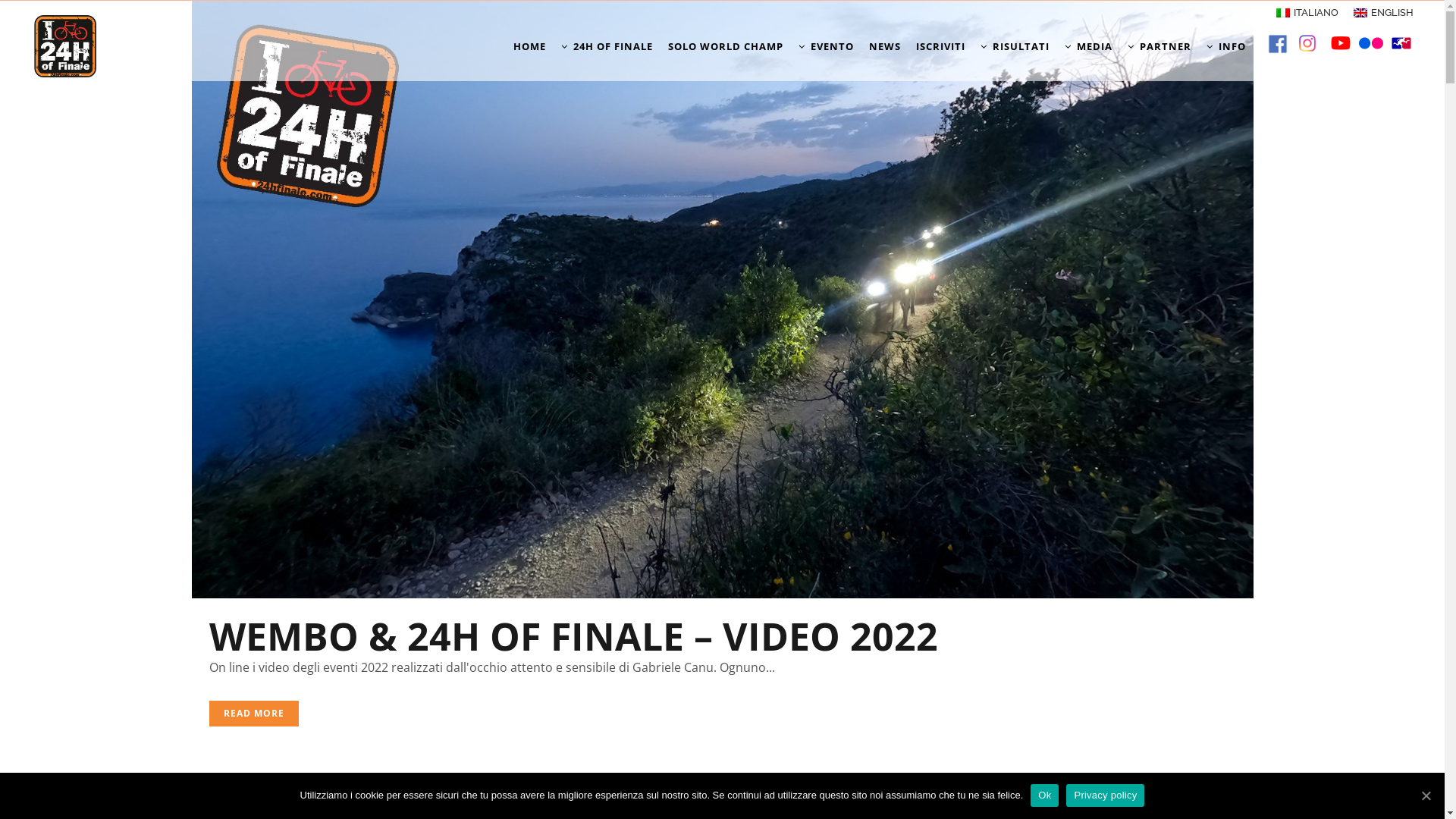 The image size is (1456, 819). Describe the element at coordinates (1306, 42) in the screenshot. I see `'twitter'` at that location.